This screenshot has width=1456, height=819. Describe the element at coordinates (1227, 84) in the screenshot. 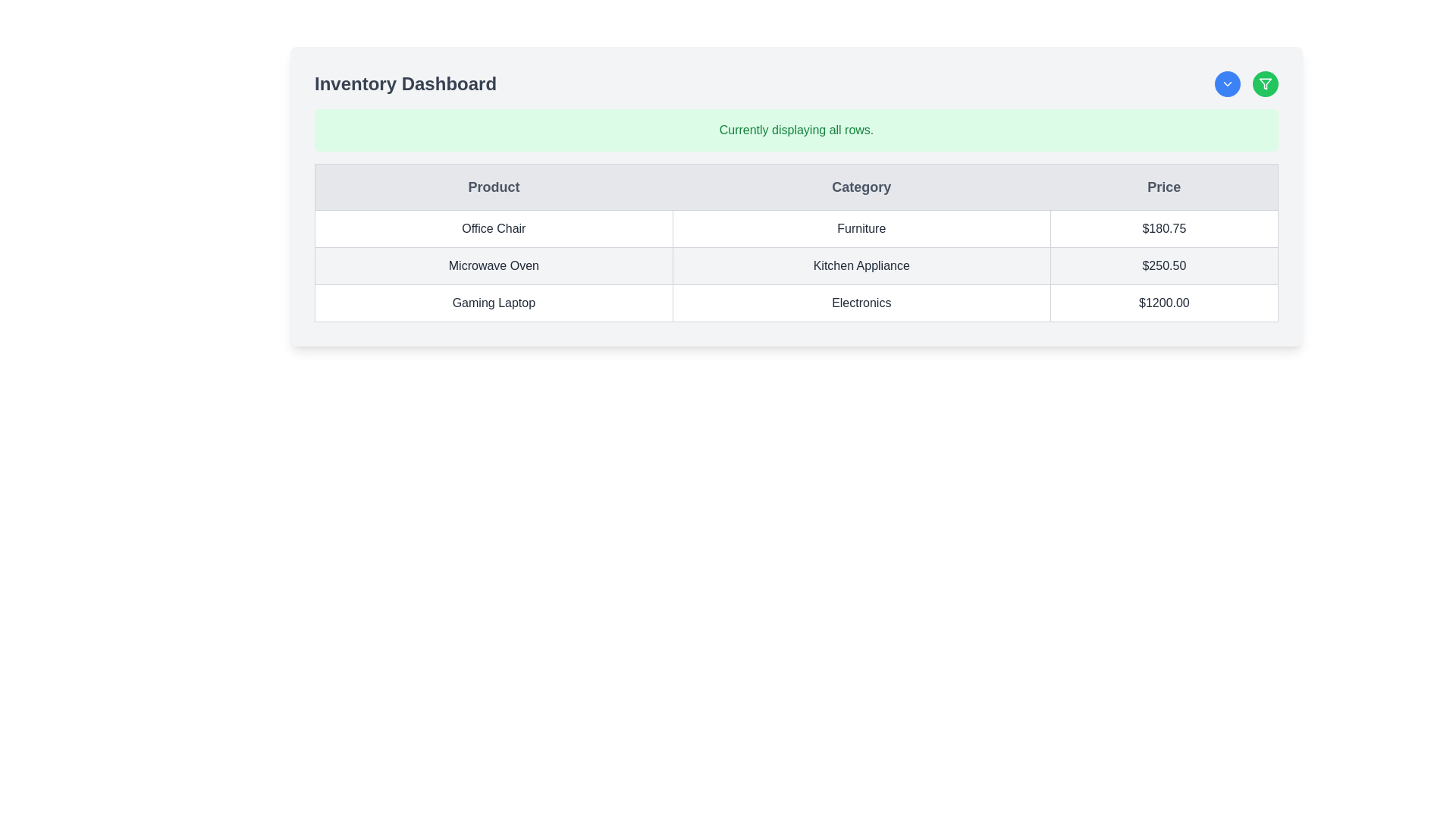

I see `the downward-facing chevron arrow icon located within the circular blue button in the top-right corner of the interface` at that location.